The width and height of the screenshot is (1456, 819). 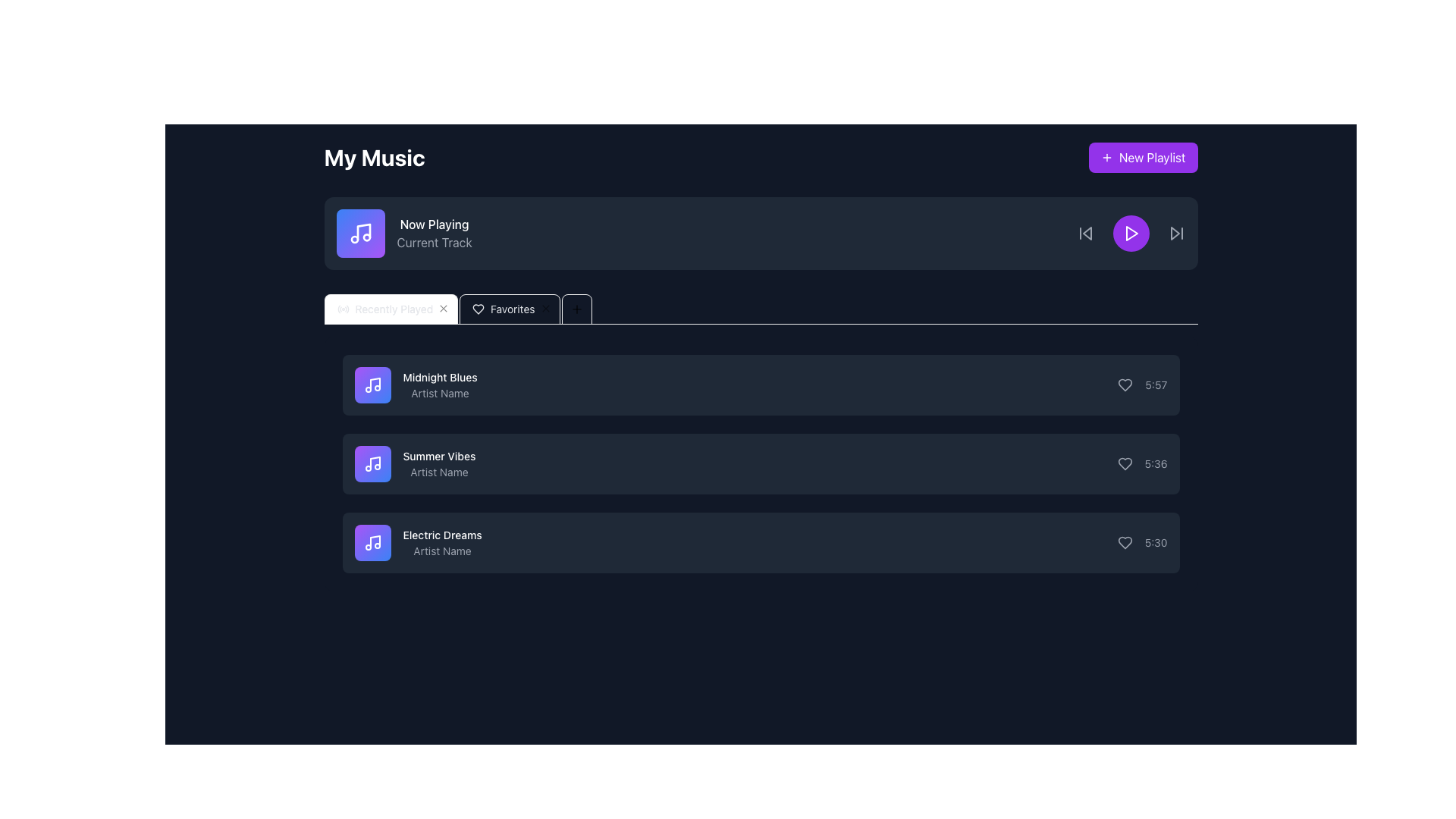 What do you see at coordinates (1131, 234) in the screenshot?
I see `the circular purple button with a white triangle icon in the center` at bounding box center [1131, 234].